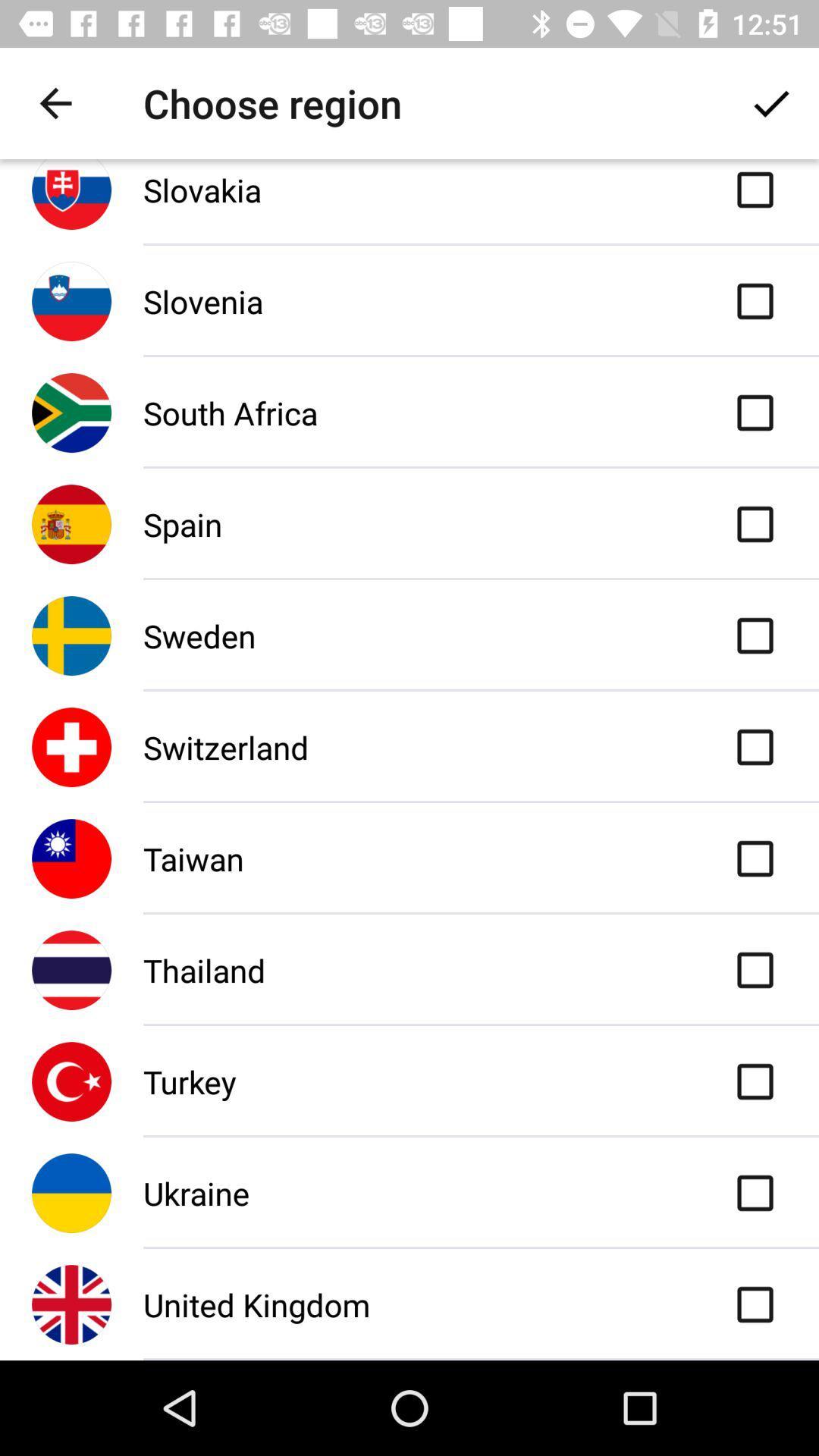  Describe the element at coordinates (55, 102) in the screenshot. I see `the item next to the choose region icon` at that location.